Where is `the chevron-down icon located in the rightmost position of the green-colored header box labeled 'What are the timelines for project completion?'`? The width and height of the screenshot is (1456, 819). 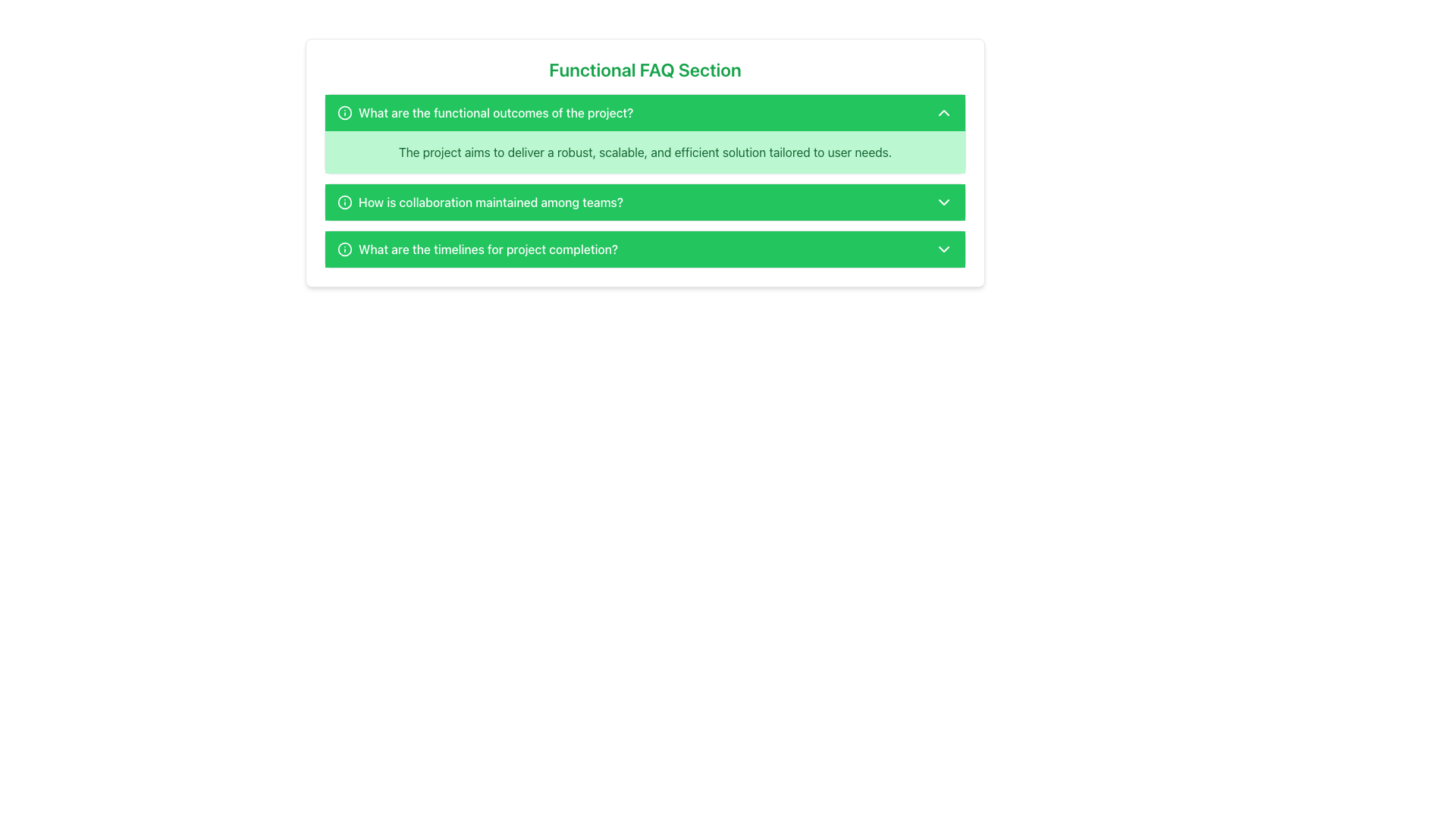 the chevron-down icon located in the rightmost position of the green-colored header box labeled 'What are the timelines for project completion?' is located at coordinates (943, 248).